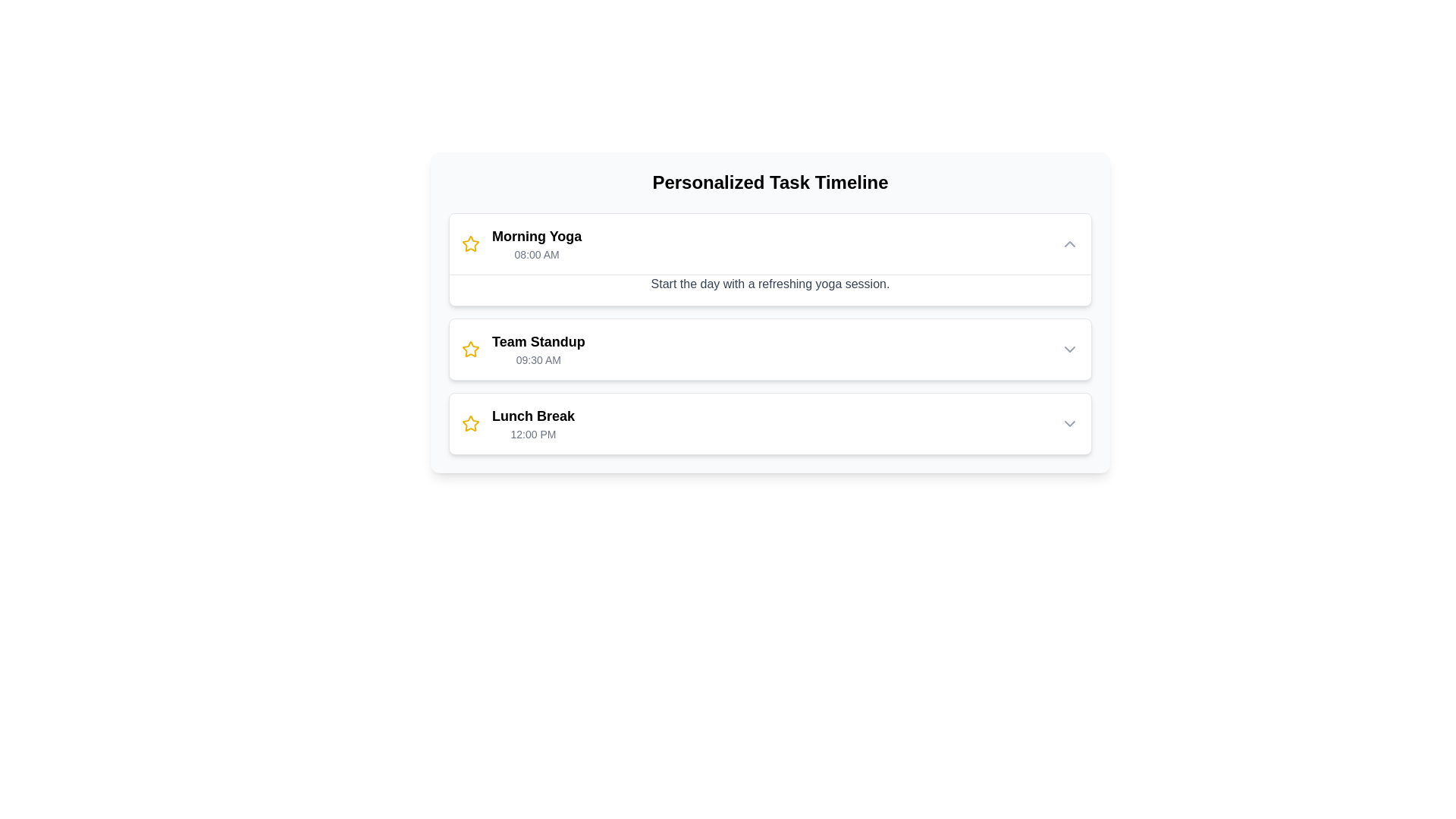 The image size is (1456, 819). What do you see at coordinates (533, 416) in the screenshot?
I see `text of the Text Label element that serves as a heading or title for a task or event, located in the third row of vertically stacked task items` at bounding box center [533, 416].